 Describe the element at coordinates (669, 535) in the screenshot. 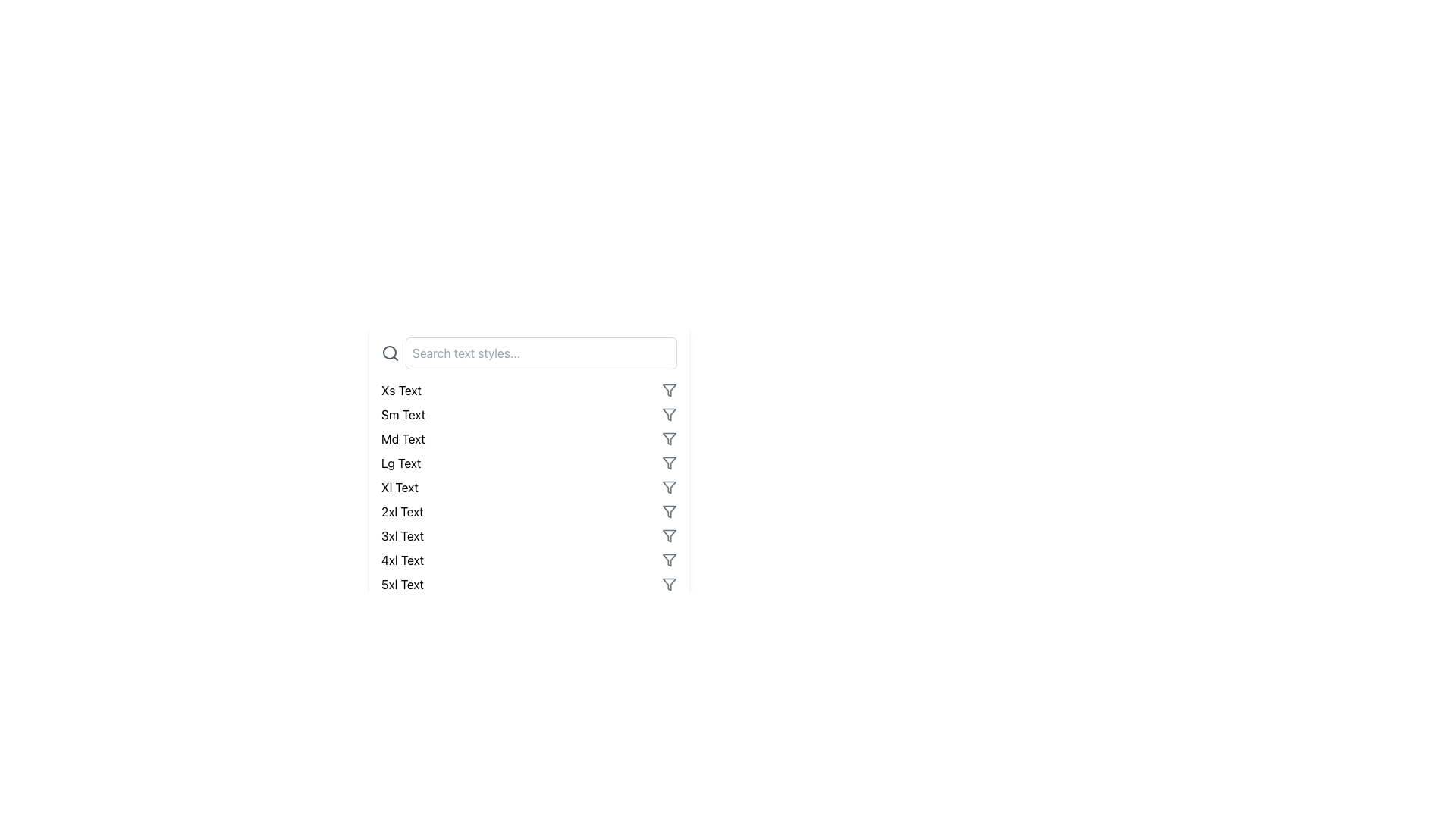

I see `the small triangular-shaped filter icon located to the right of the '3xl Text' label` at that location.